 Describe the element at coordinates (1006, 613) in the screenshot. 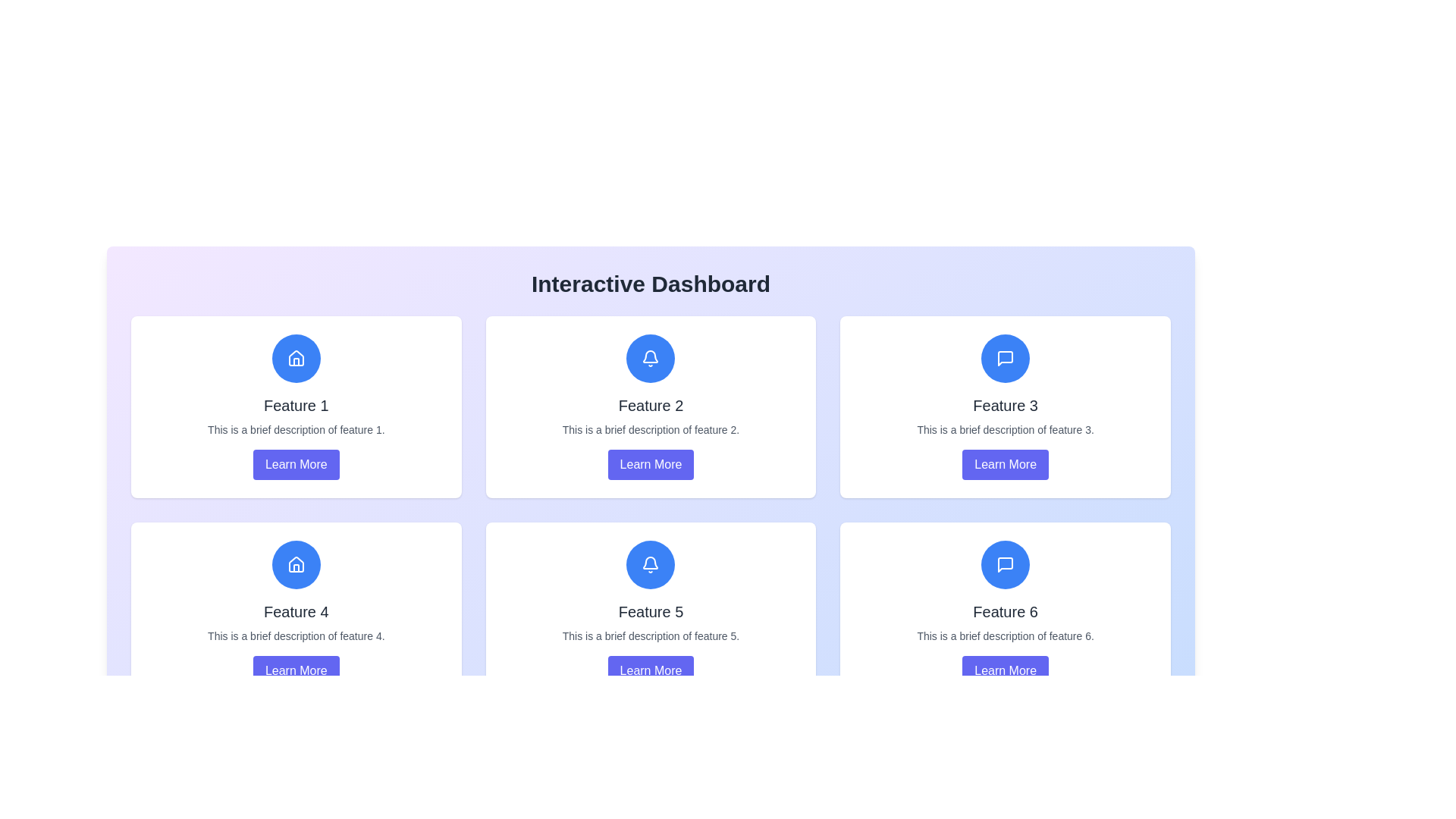

I see `the sixth feature card in the grid layout` at that location.